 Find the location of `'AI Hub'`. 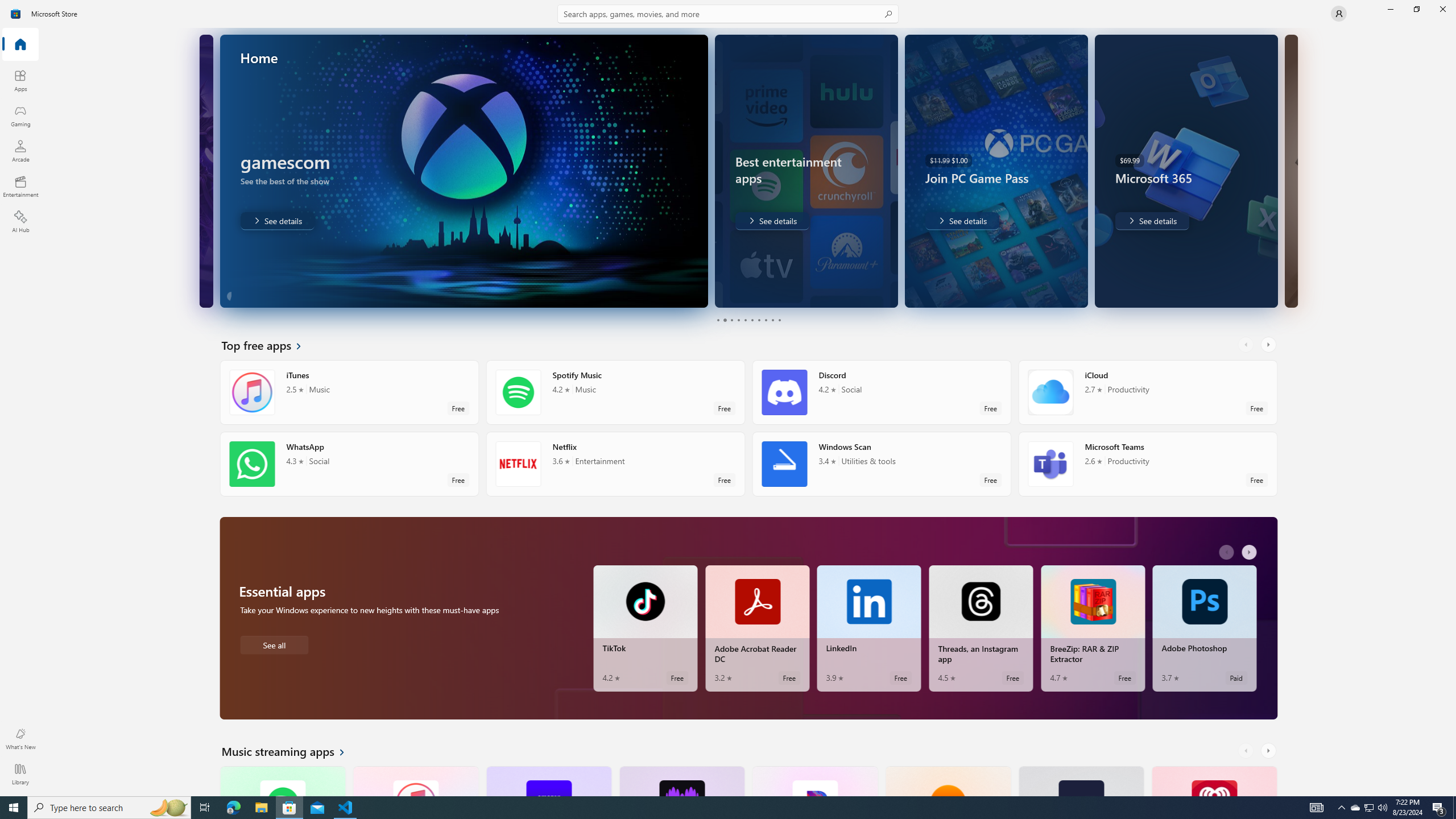

'AI Hub' is located at coordinates (19, 221).